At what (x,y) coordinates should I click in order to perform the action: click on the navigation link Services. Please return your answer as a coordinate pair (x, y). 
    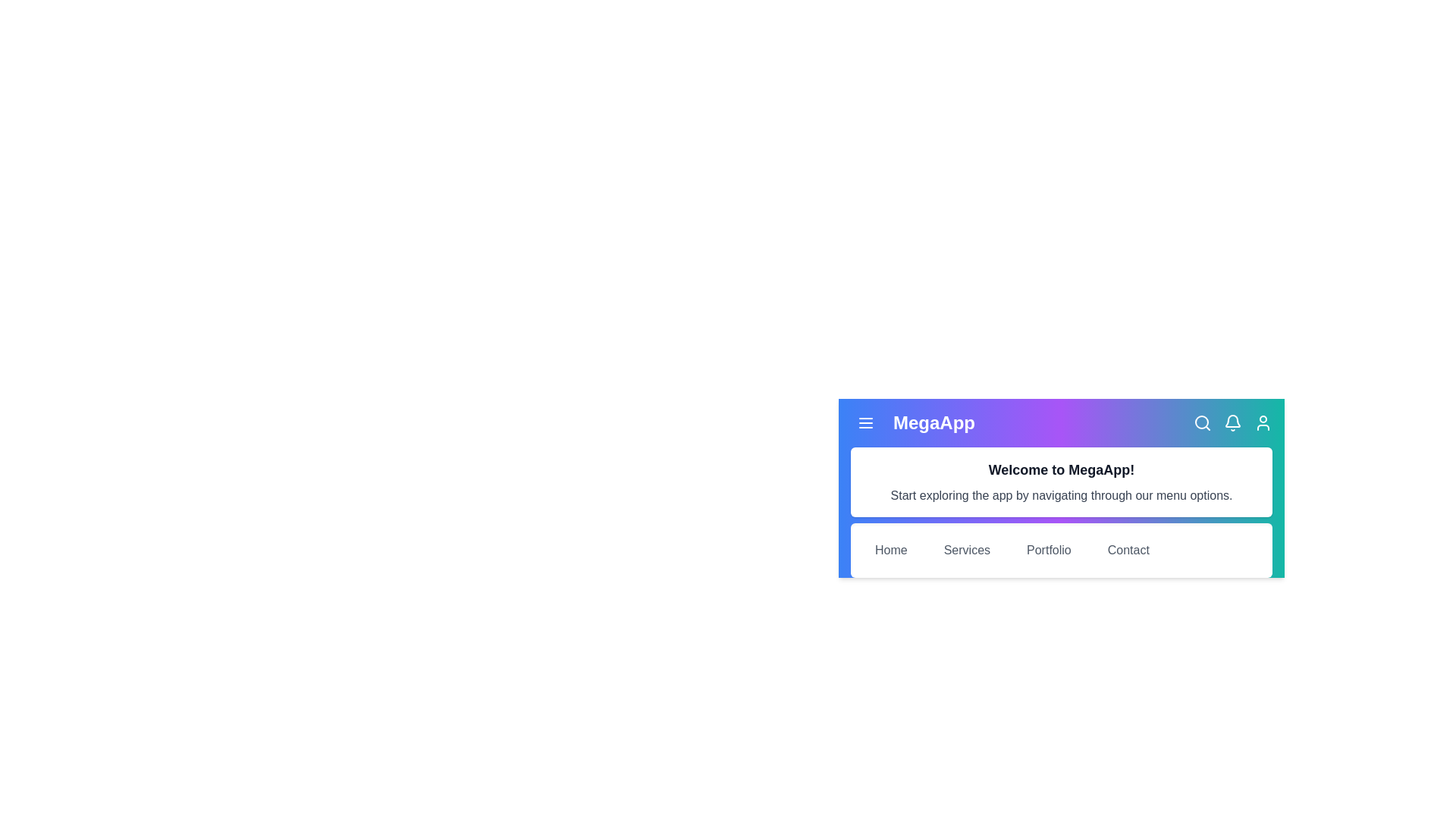
    Looking at the image, I should click on (966, 550).